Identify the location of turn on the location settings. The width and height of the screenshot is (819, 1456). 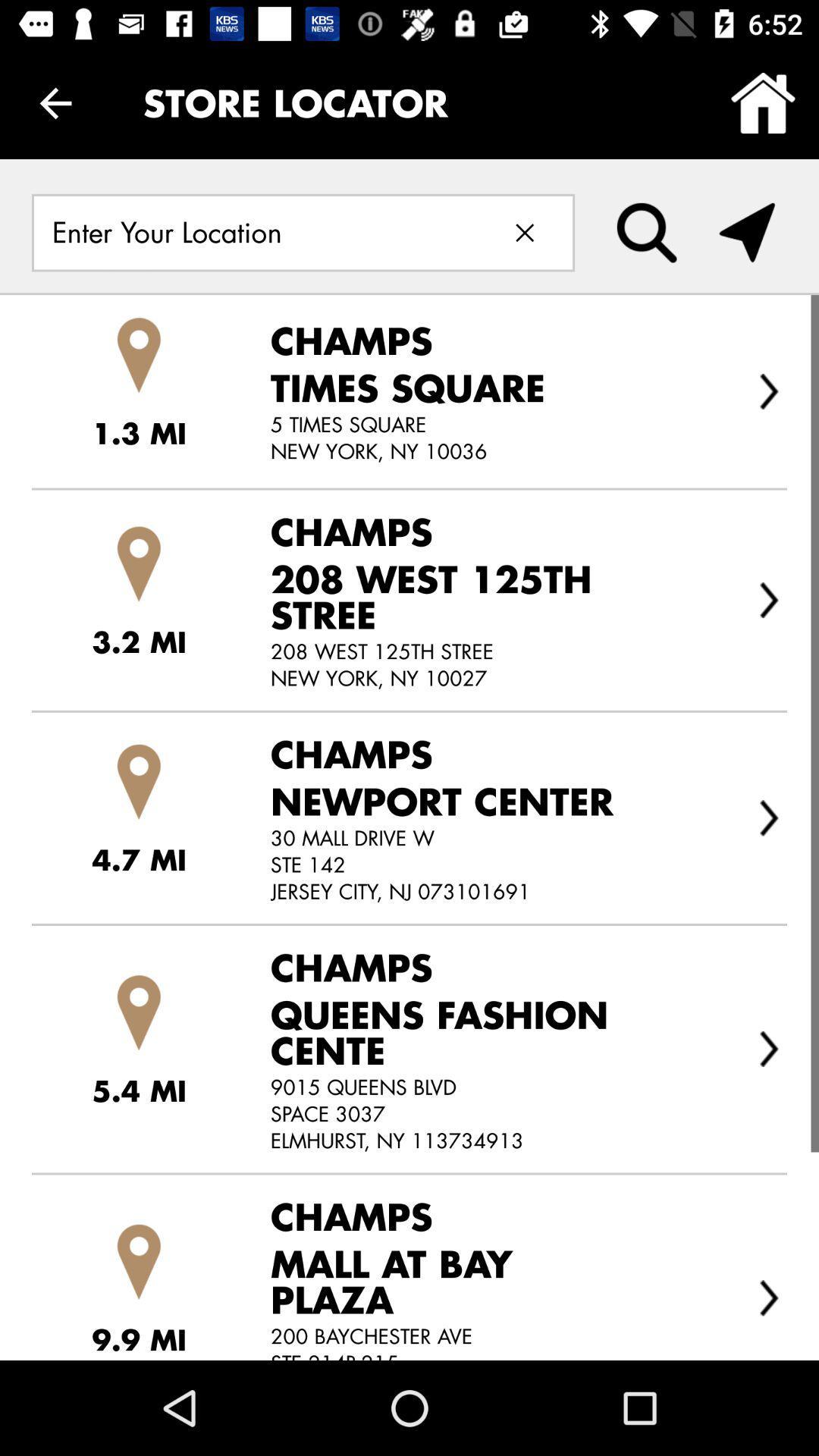
(746, 232).